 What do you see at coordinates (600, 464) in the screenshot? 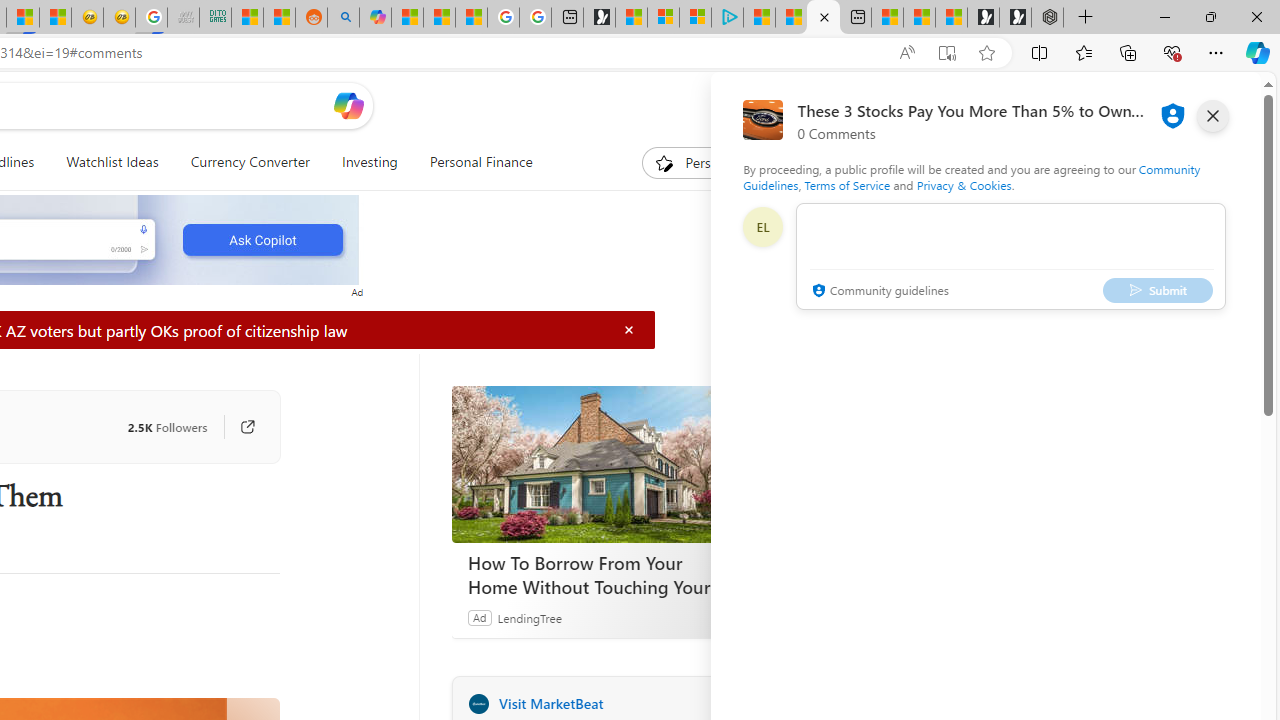
I see `'How To Borrow From Your Home Without Touching Your Mortgage'` at bounding box center [600, 464].